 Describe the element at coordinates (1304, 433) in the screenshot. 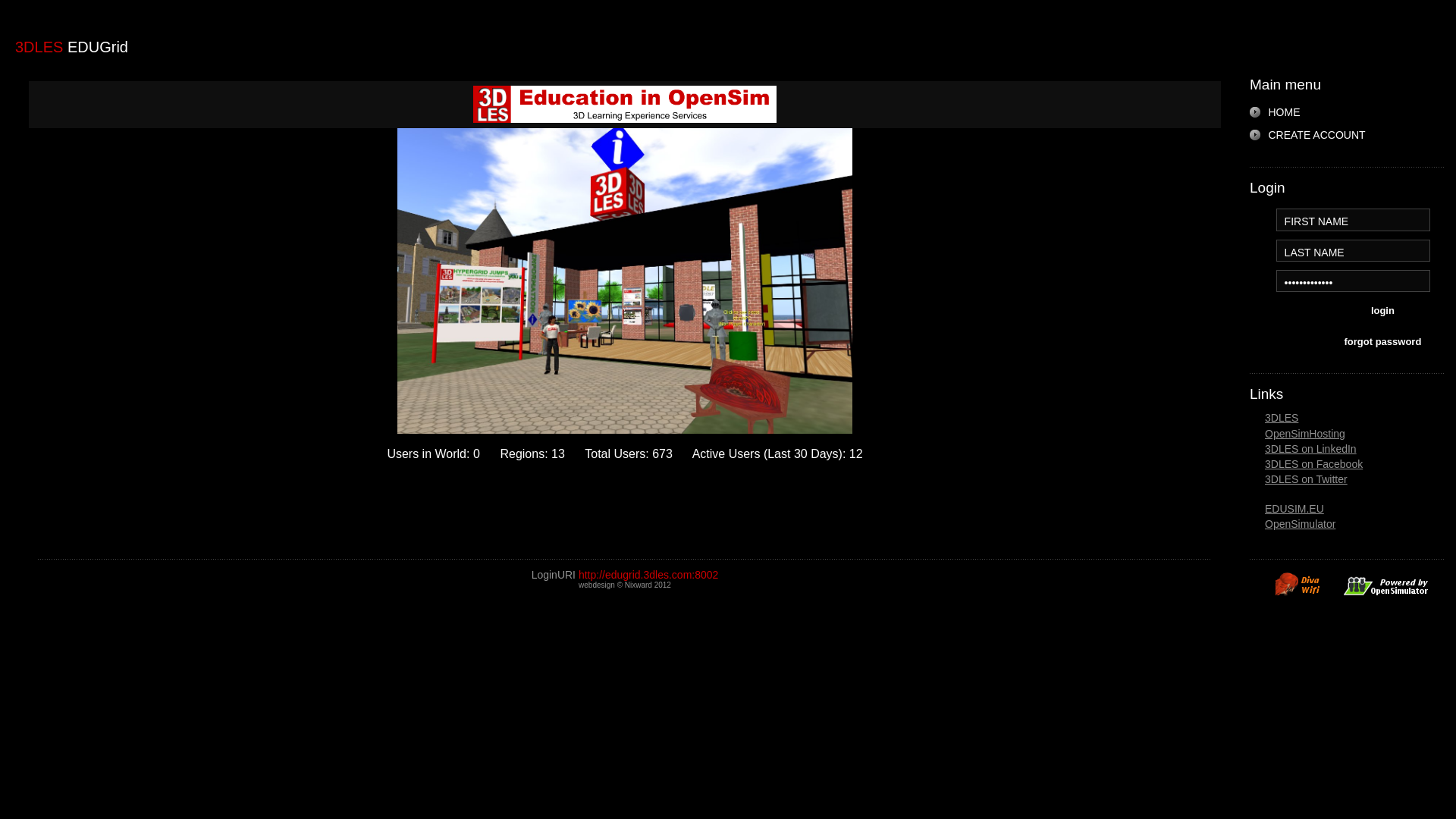

I see `'OpenSimHosting'` at that location.